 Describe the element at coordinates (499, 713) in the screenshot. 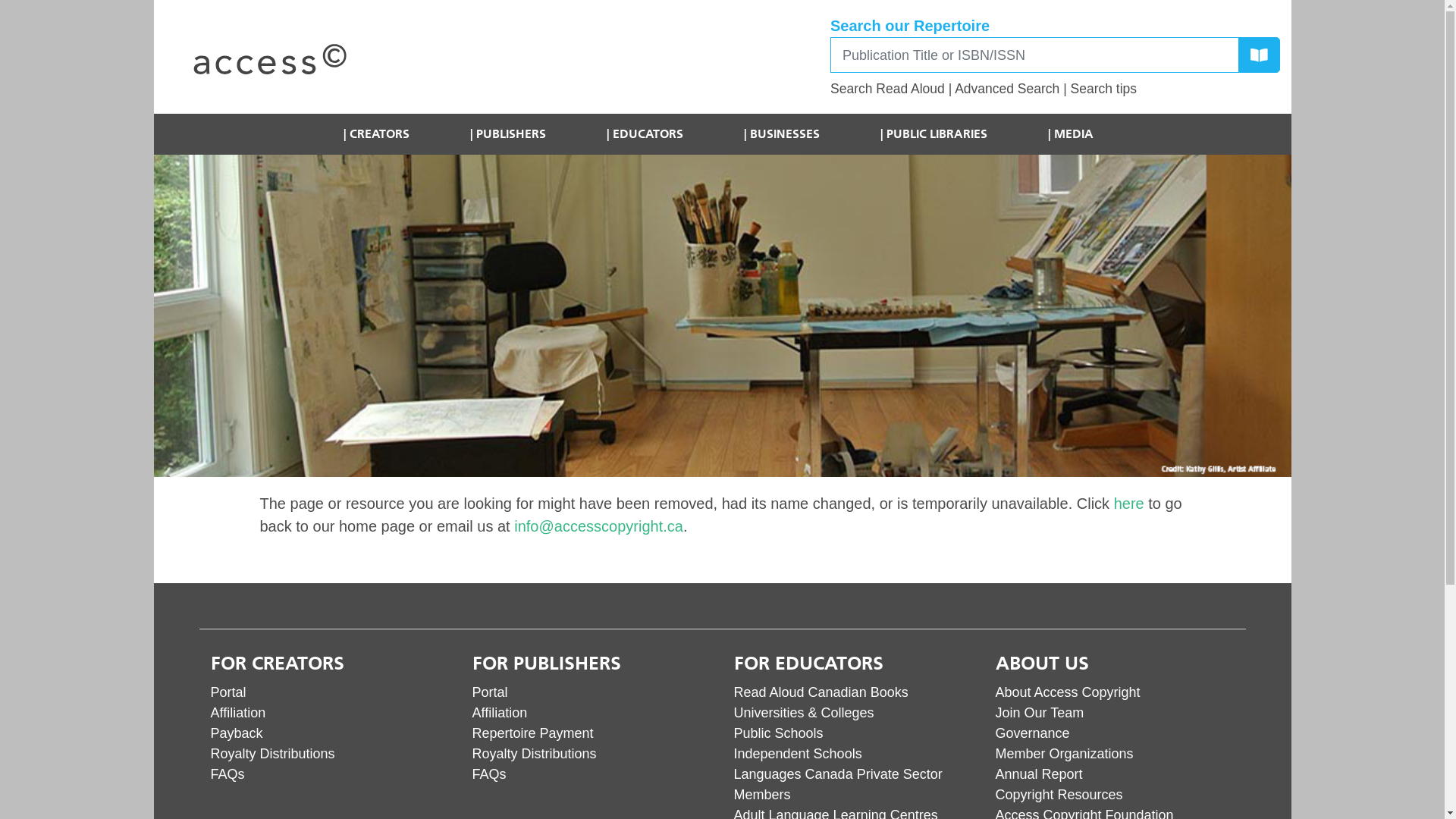

I see `'Affiliation'` at that location.